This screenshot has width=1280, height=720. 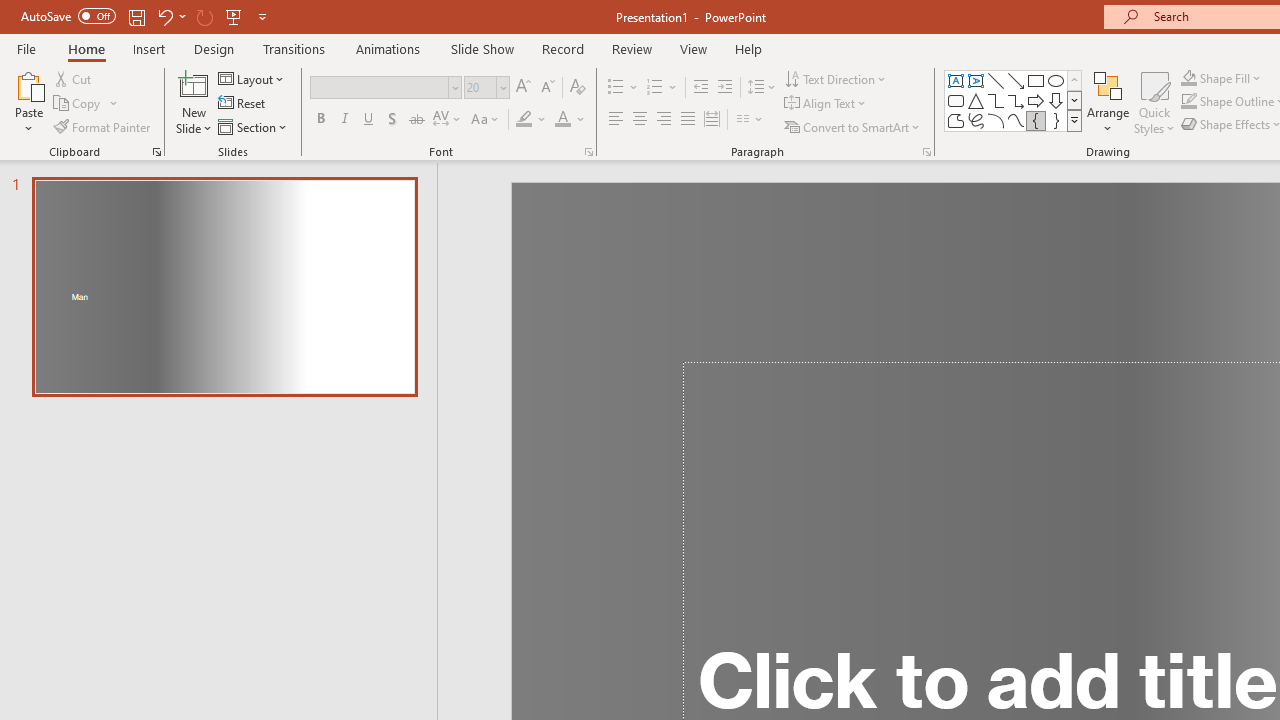 What do you see at coordinates (547, 86) in the screenshot?
I see `'Decrease Font Size'` at bounding box center [547, 86].